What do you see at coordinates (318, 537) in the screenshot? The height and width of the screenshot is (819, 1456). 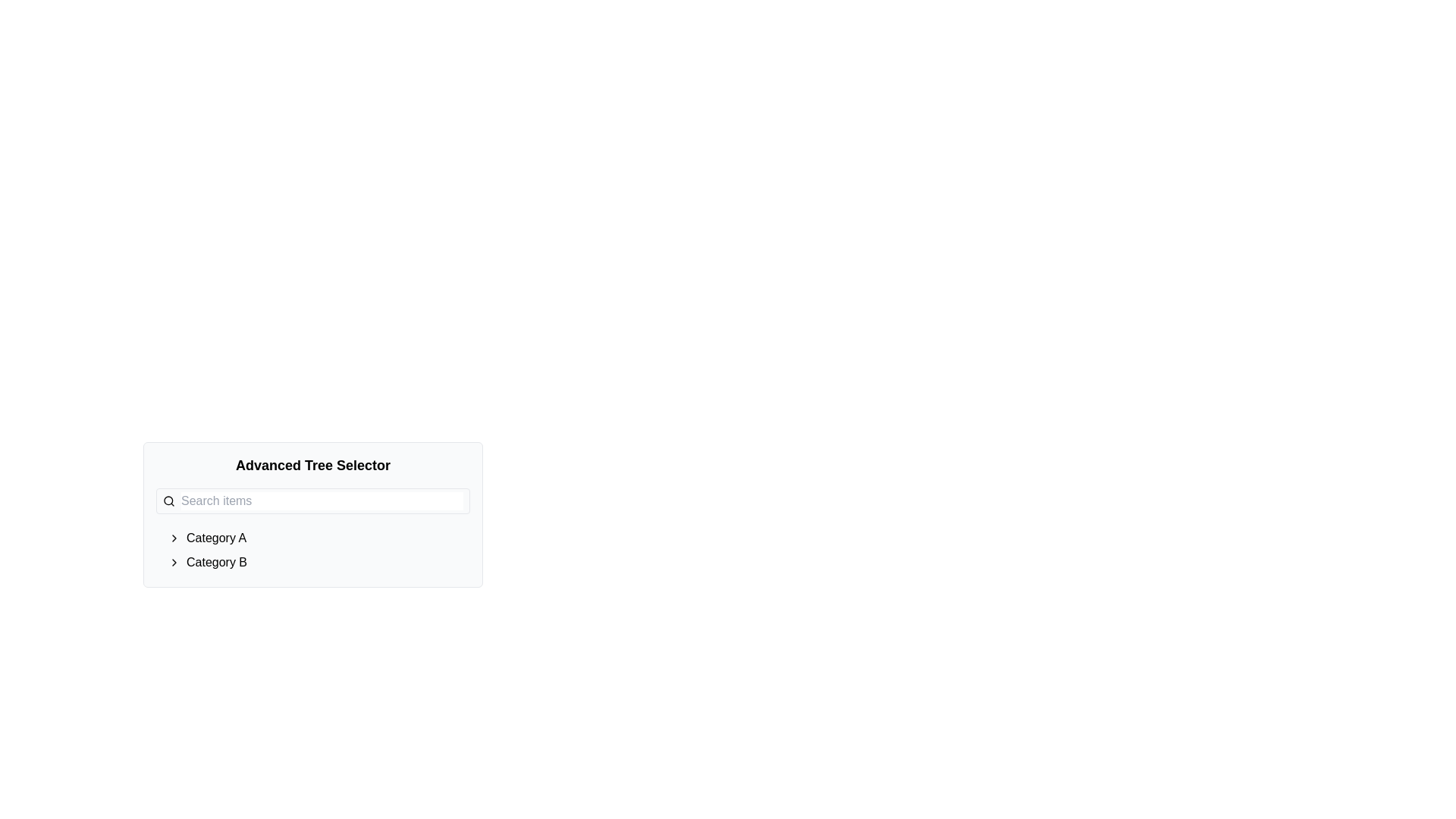 I see `the first item in the Tree-view list representing 'Category A', located just below the search bar` at bounding box center [318, 537].